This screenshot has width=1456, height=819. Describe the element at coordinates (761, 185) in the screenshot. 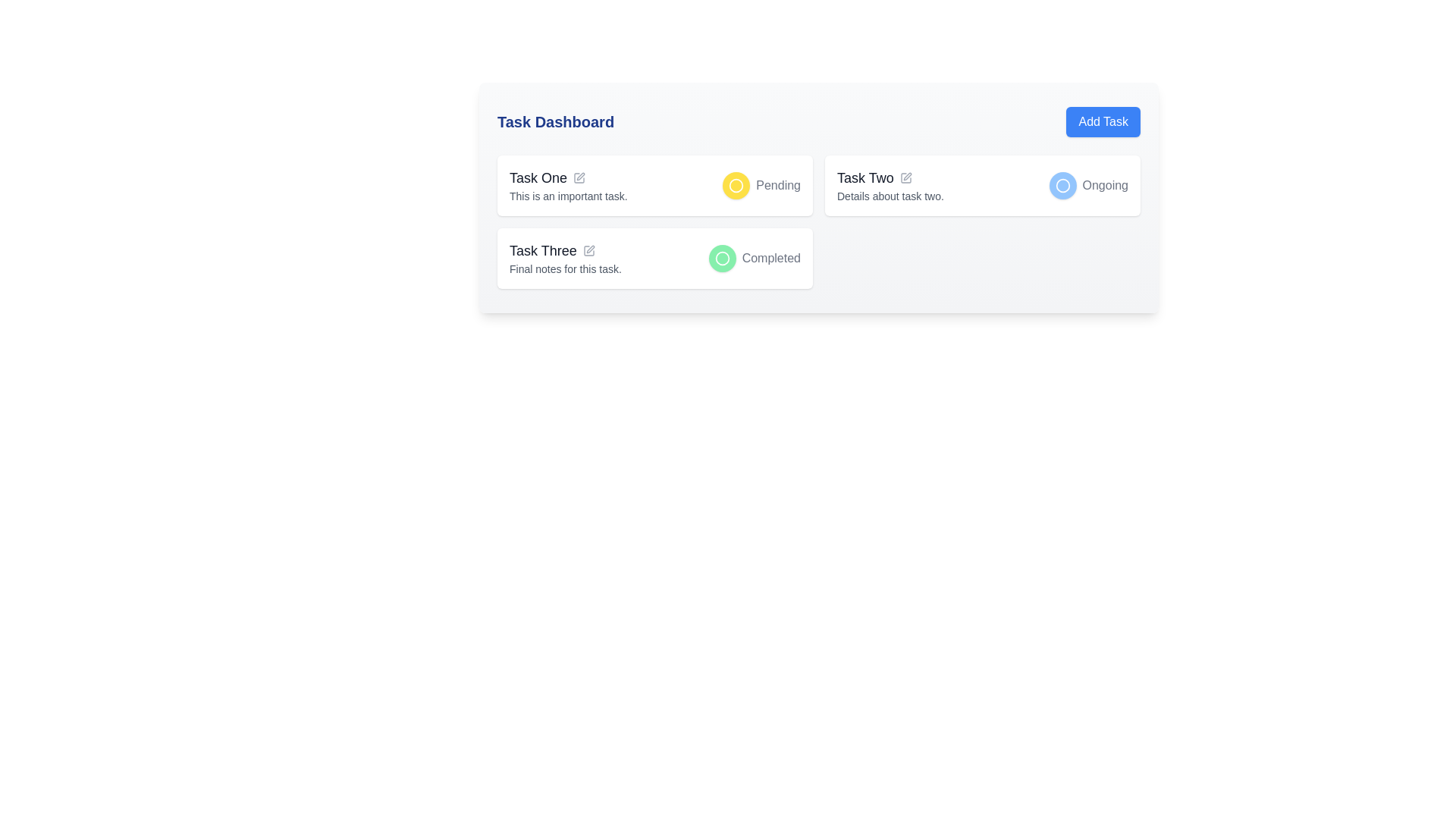

I see `text from the Status indicator located in the top-right corner of the card labeled 'Task One', which currently displays 'Pending'` at that location.